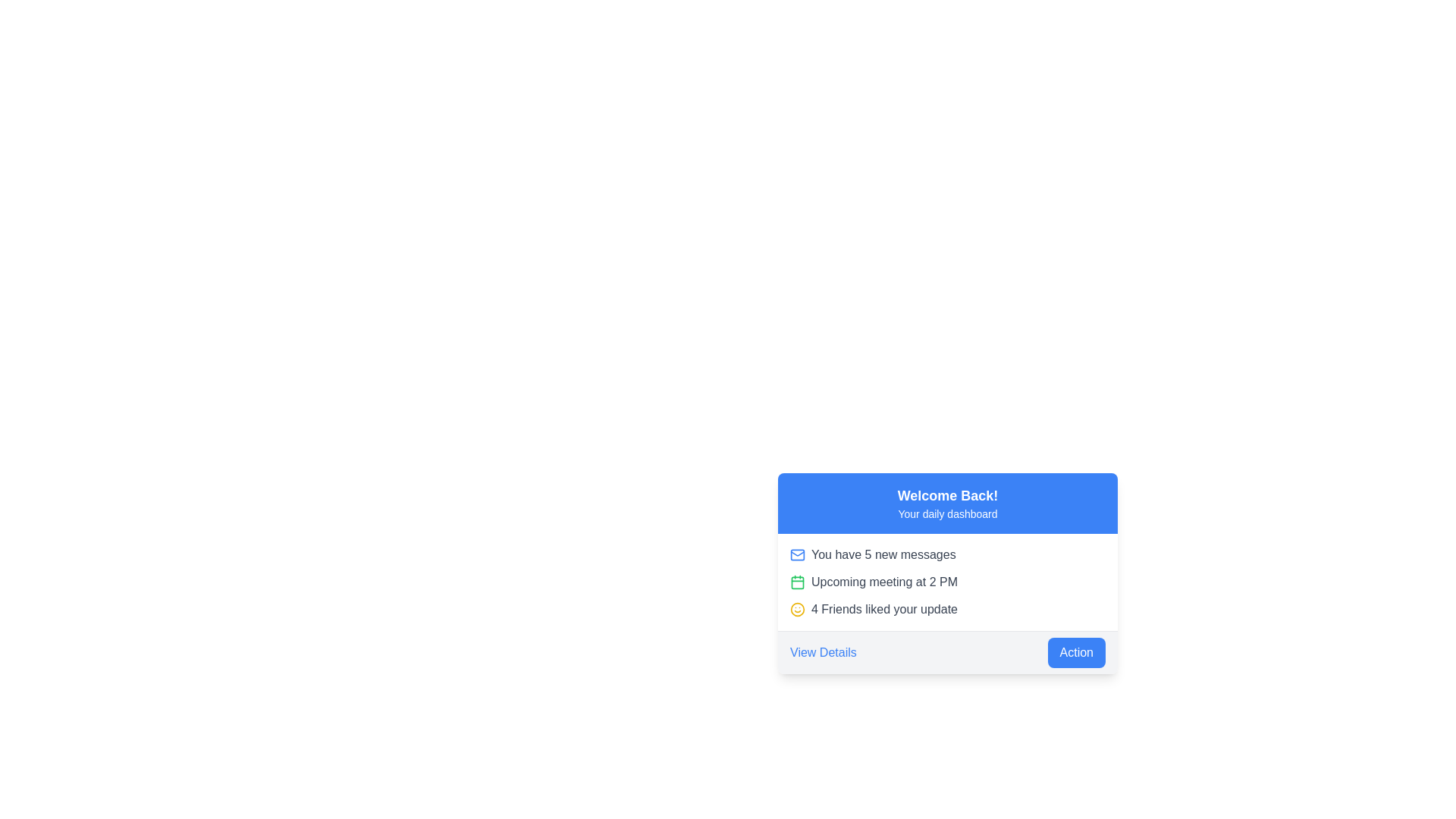 This screenshot has width=1456, height=819. I want to click on the notification element displaying the message 'You have 5 new messages', which is the first item in a vertical list of notifications in the lower right card section of the interface, so click(946, 555).